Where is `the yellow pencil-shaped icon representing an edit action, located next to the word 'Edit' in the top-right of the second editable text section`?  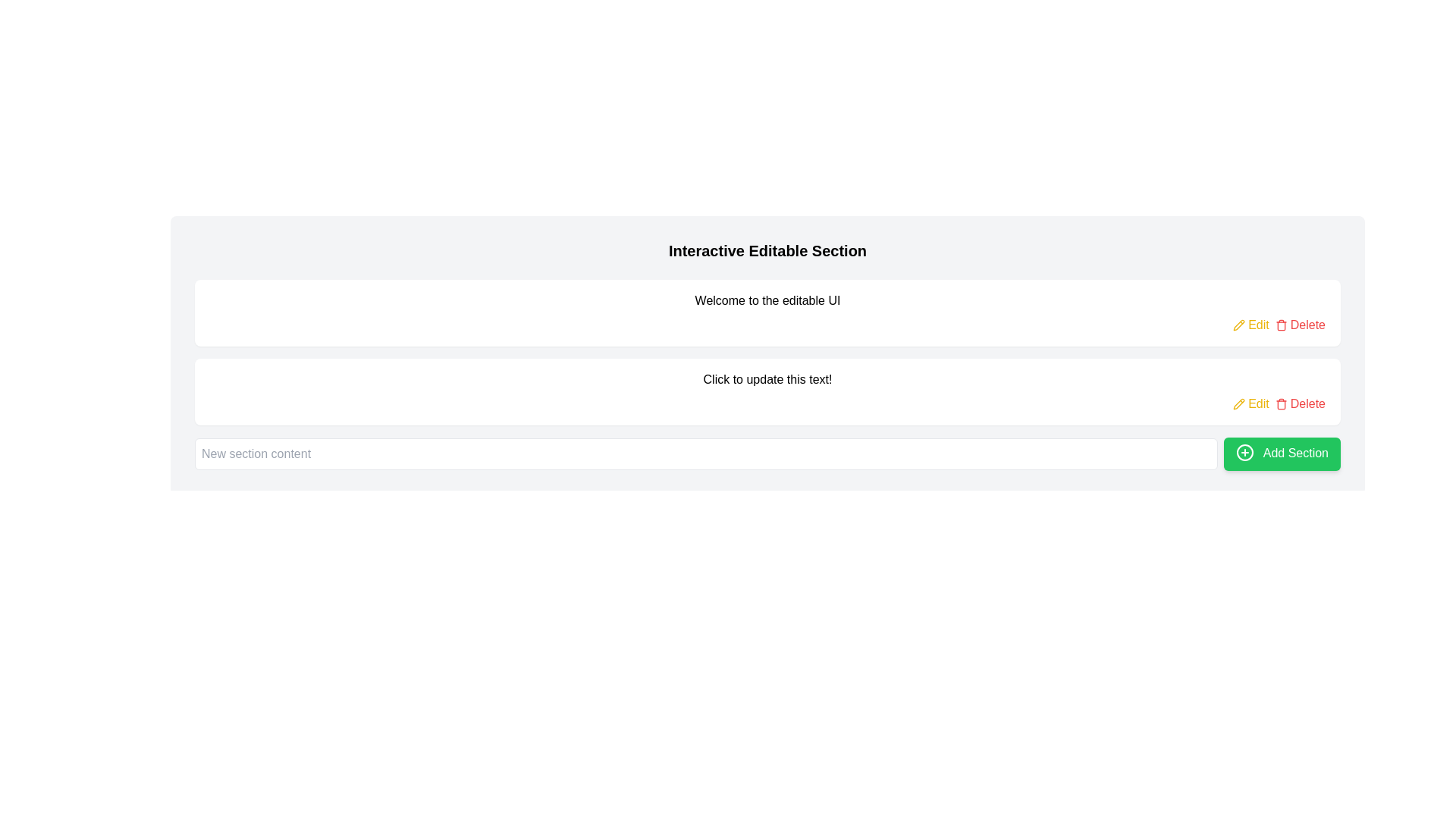
the yellow pencil-shaped icon representing an edit action, located next to the word 'Edit' in the top-right of the second editable text section is located at coordinates (1239, 403).